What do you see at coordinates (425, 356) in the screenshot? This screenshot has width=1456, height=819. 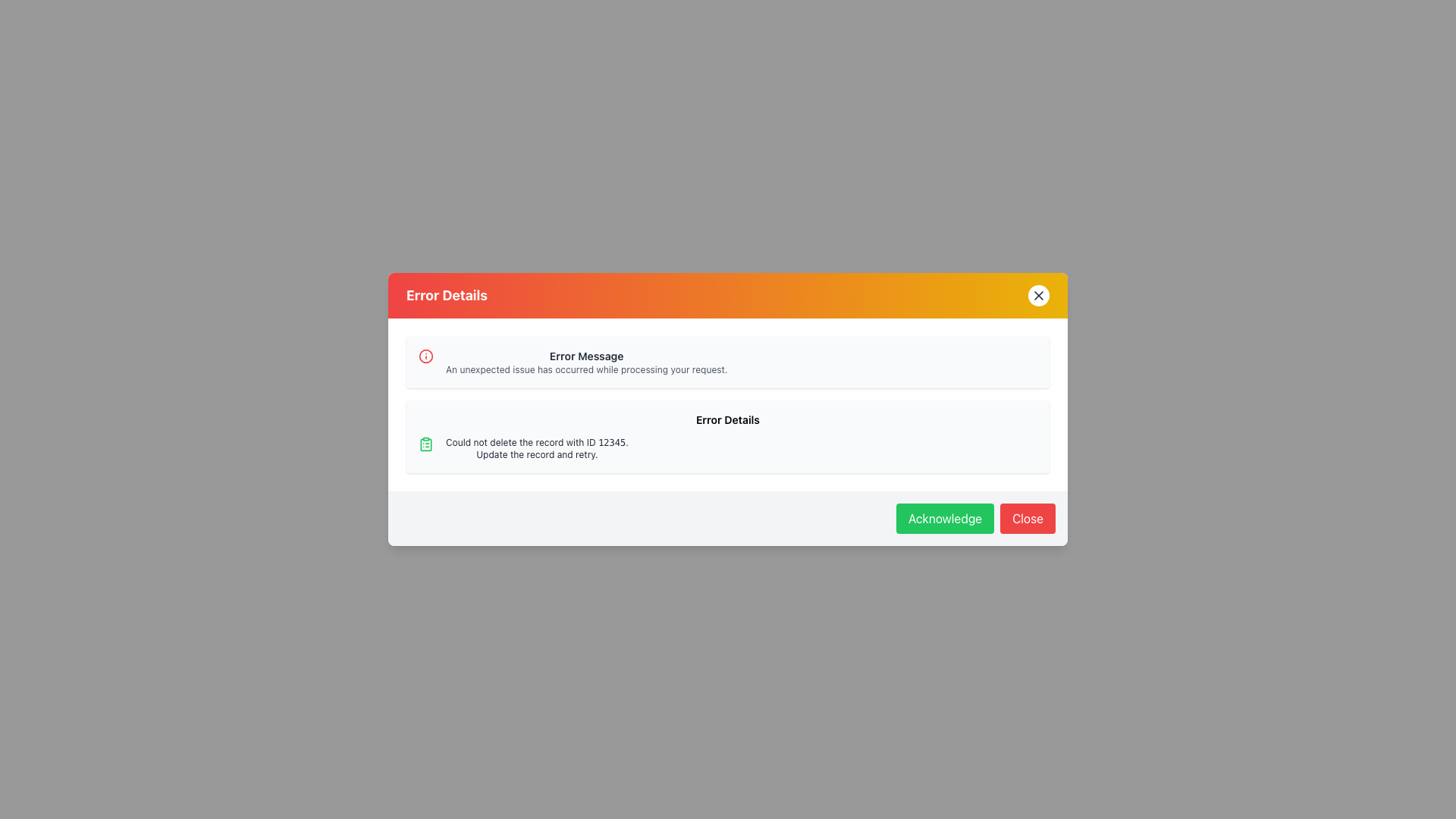 I see `the decorative part of the informational icon located next to the error message text in the notification panel` at bounding box center [425, 356].